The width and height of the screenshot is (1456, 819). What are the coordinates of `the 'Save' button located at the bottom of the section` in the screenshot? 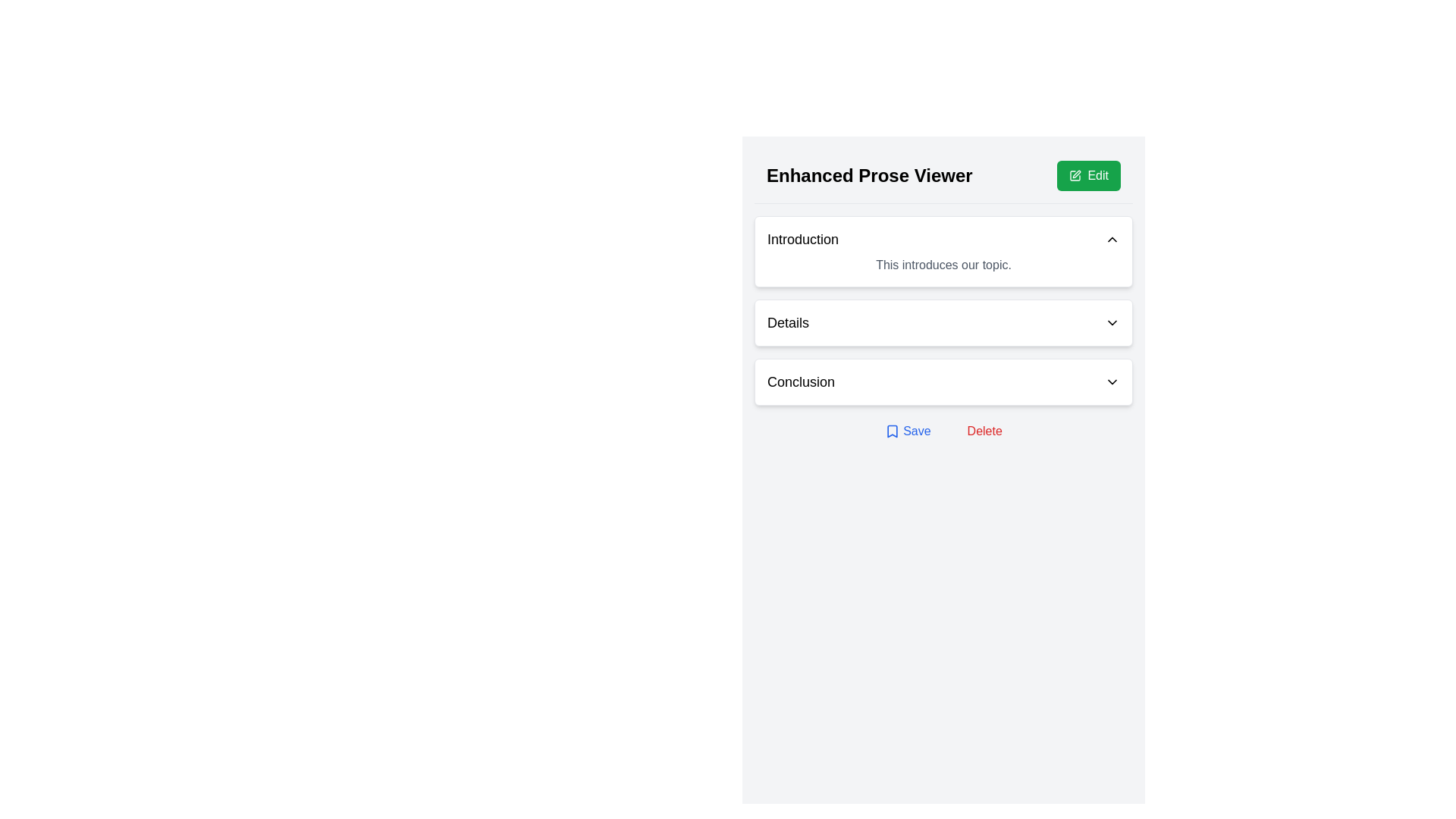 It's located at (908, 431).